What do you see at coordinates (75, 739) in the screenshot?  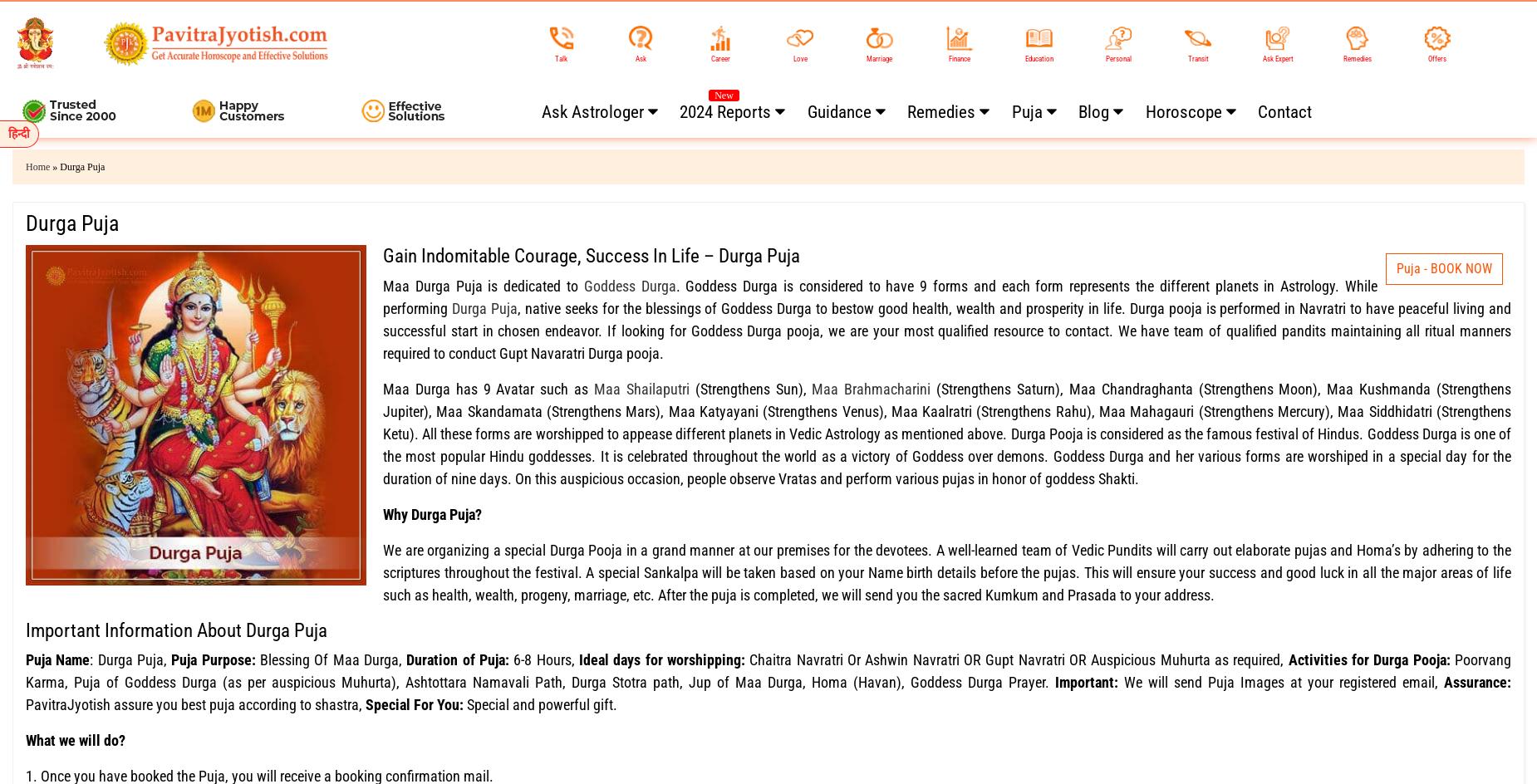 I see `'What we will do?'` at bounding box center [75, 739].